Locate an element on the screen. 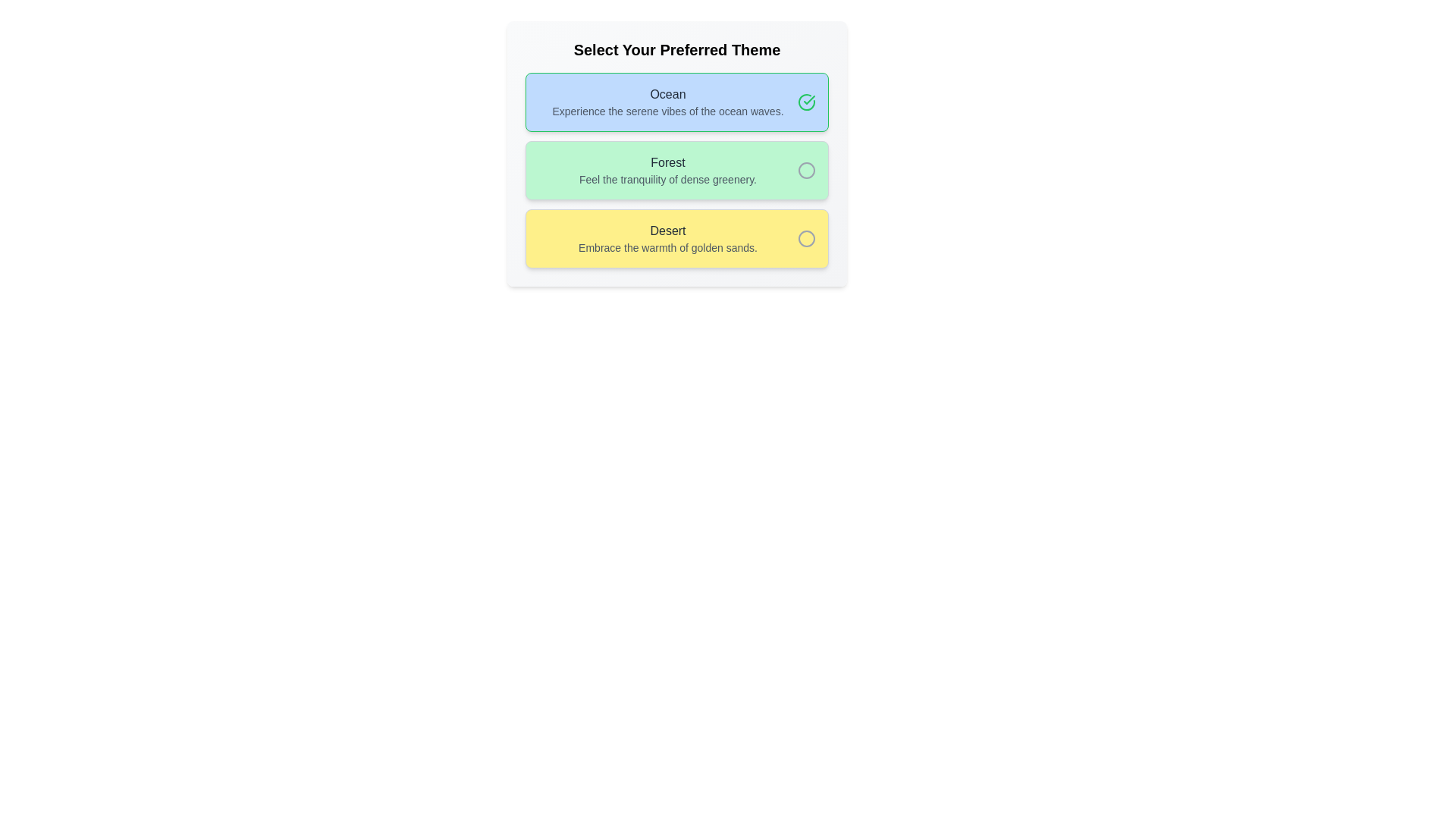  the text element that reads 'Embrace the warmth of golden sands.' which is styled in a smaller gray font and located below the text 'Desert' in a vertically stacked group of selectable themes is located at coordinates (667, 247).